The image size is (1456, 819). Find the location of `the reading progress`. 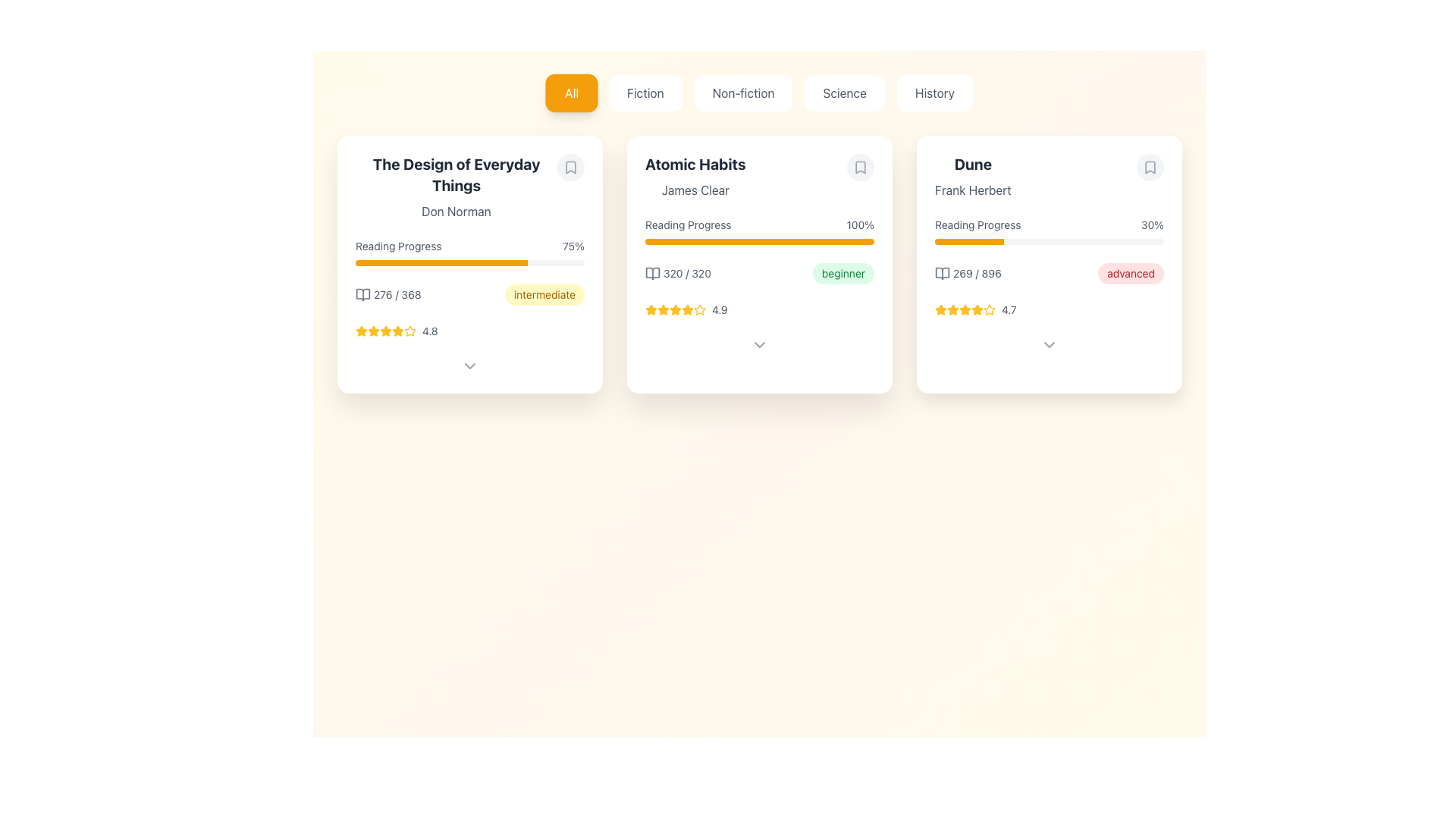

the reading progress is located at coordinates (1001, 241).